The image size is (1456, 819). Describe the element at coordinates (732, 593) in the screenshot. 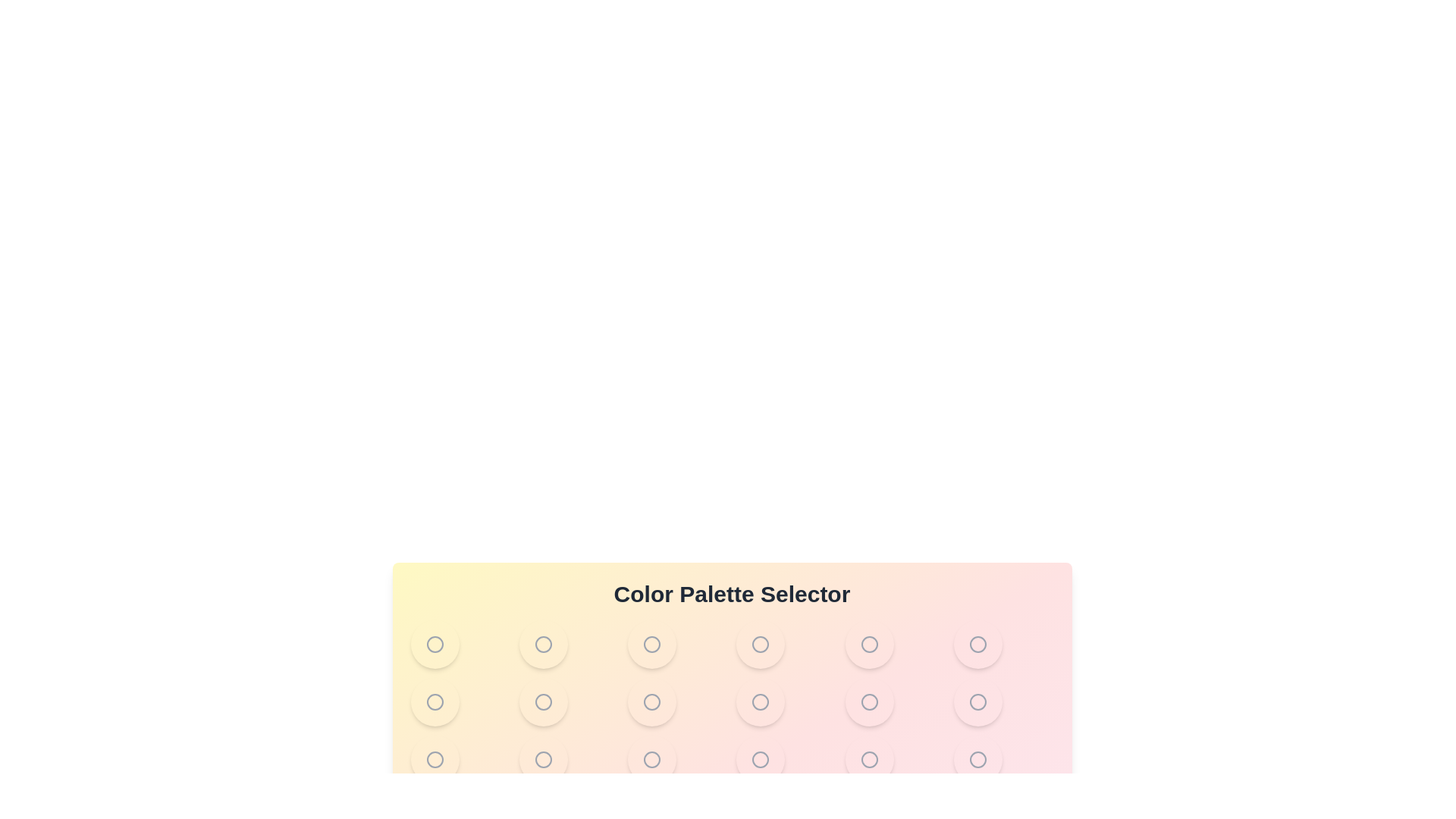

I see `the center of the title text 'Color Palette Selector'` at that location.